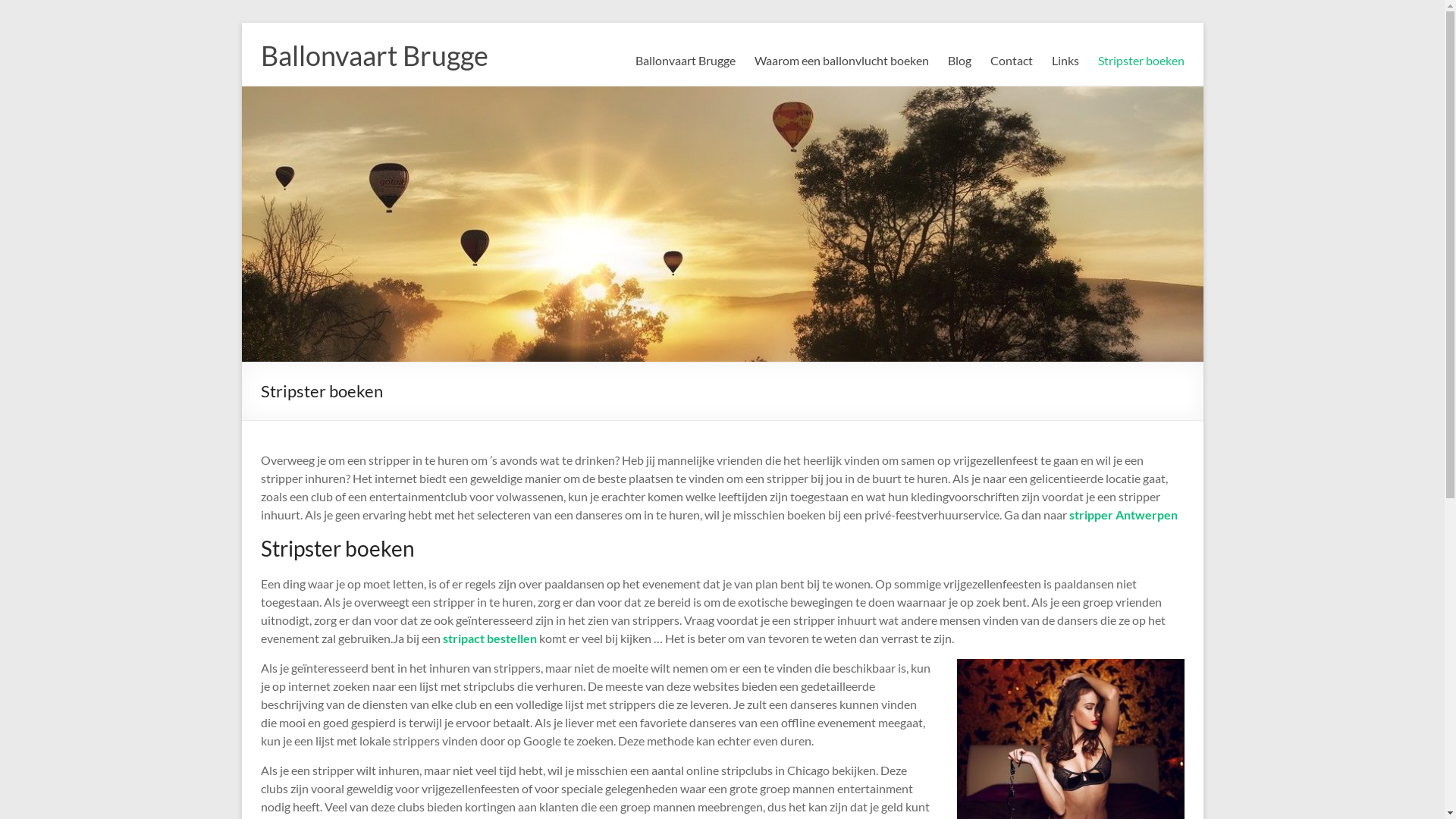  What do you see at coordinates (990, 60) in the screenshot?
I see `'Contact'` at bounding box center [990, 60].